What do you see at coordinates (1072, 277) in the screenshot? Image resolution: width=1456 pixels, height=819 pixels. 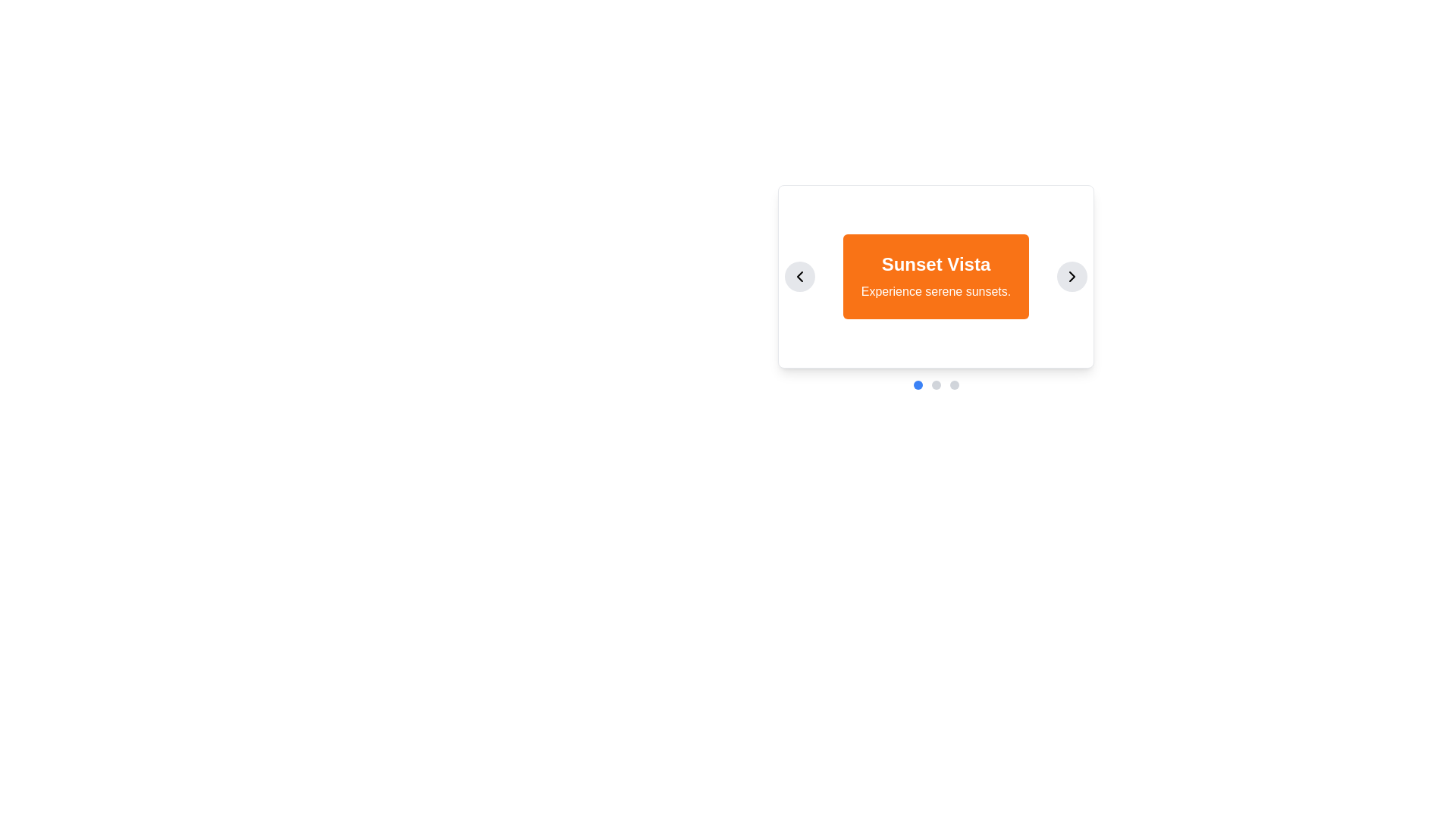 I see `the right-pointing Navigation icon represented by an arrow in the carousel UI component` at bounding box center [1072, 277].